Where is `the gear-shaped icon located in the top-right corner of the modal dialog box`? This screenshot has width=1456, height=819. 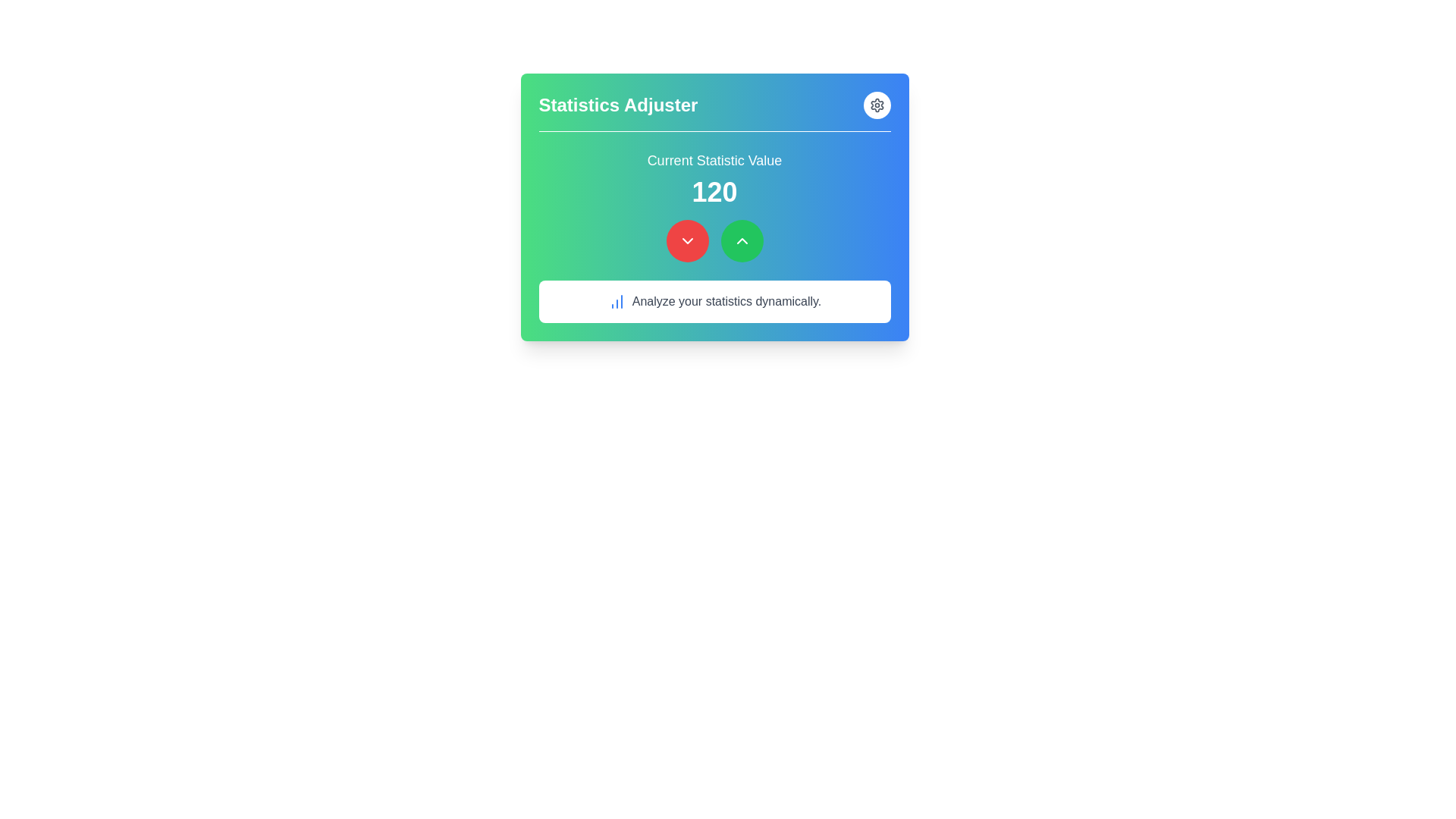 the gear-shaped icon located in the top-right corner of the modal dialog box is located at coordinates (877, 104).